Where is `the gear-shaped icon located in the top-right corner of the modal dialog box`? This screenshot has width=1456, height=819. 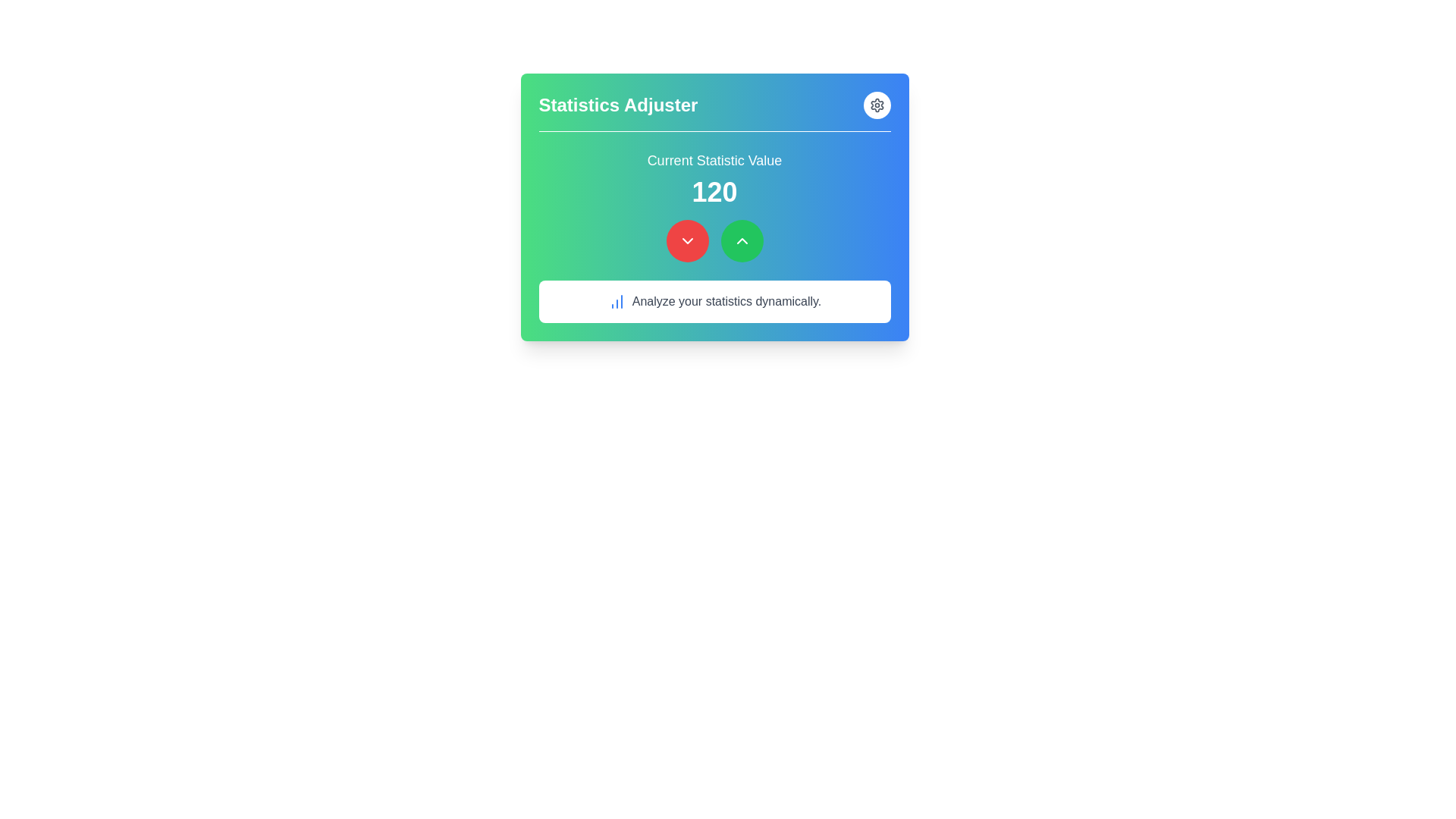 the gear-shaped icon located in the top-right corner of the modal dialog box is located at coordinates (877, 104).